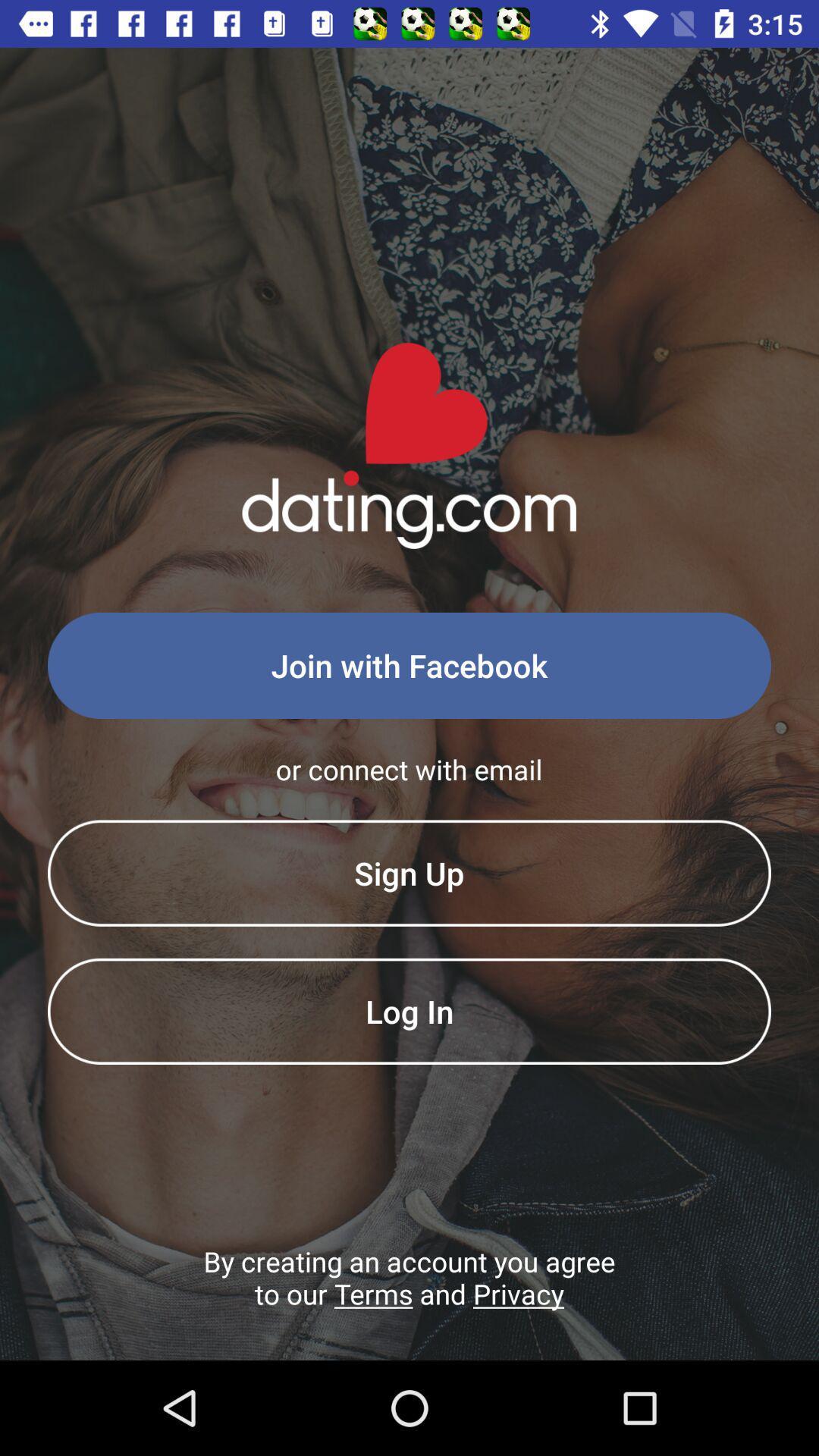 The image size is (819, 1456). I want to click on the icon above the log in icon, so click(409, 873).